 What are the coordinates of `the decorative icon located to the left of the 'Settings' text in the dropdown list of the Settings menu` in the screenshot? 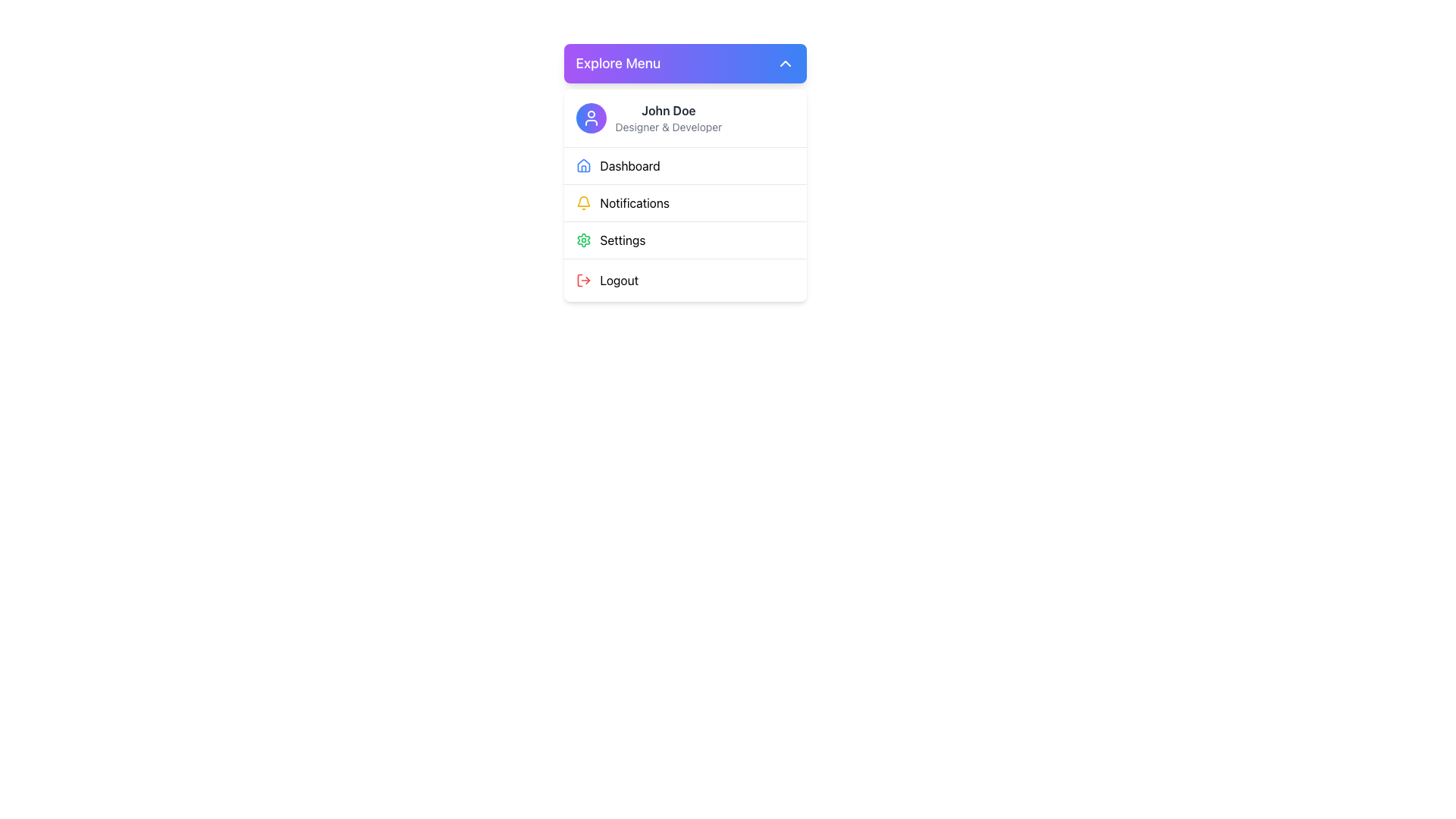 It's located at (582, 239).